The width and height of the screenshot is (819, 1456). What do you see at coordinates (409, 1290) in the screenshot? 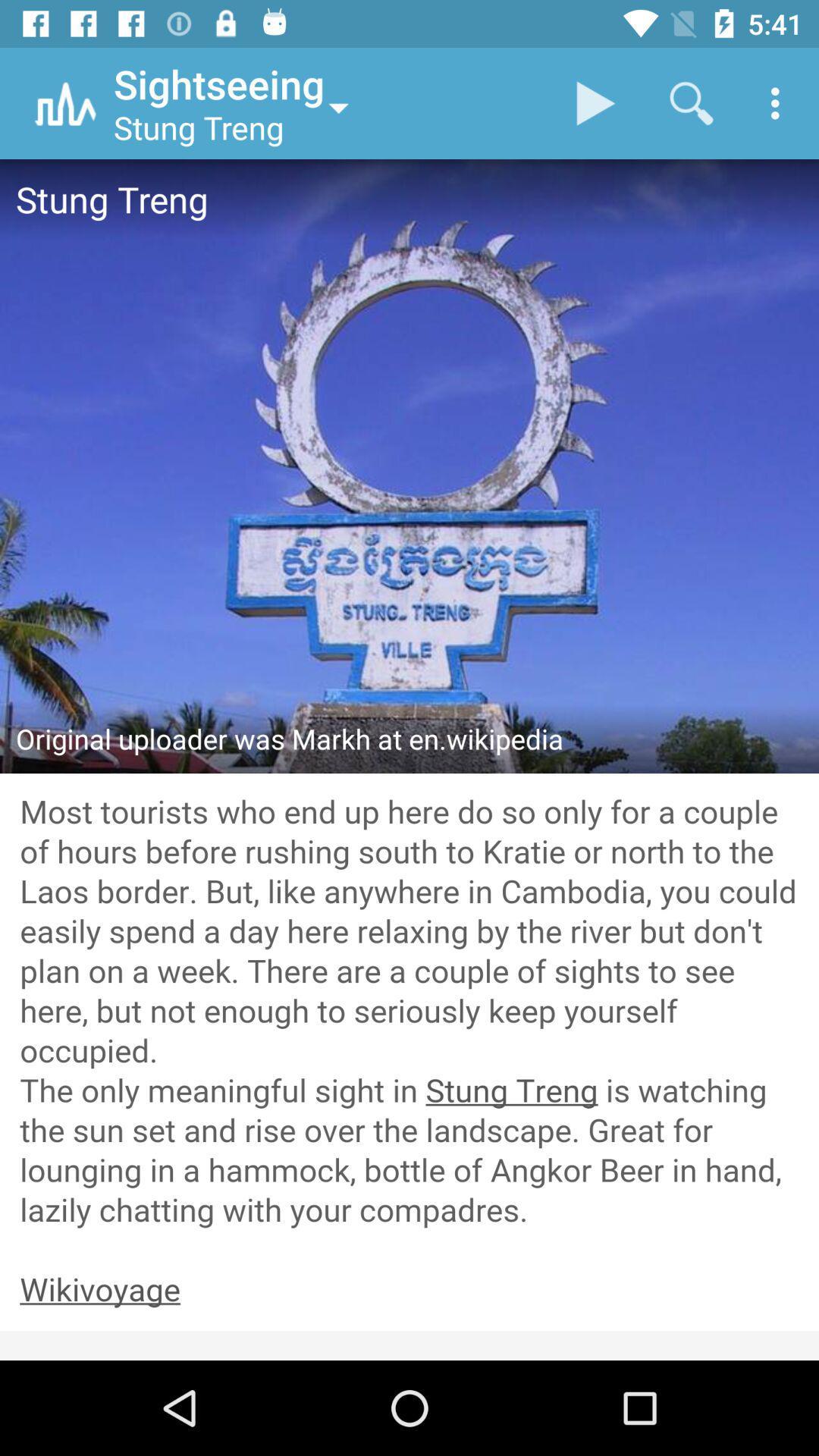
I see `new page` at bounding box center [409, 1290].